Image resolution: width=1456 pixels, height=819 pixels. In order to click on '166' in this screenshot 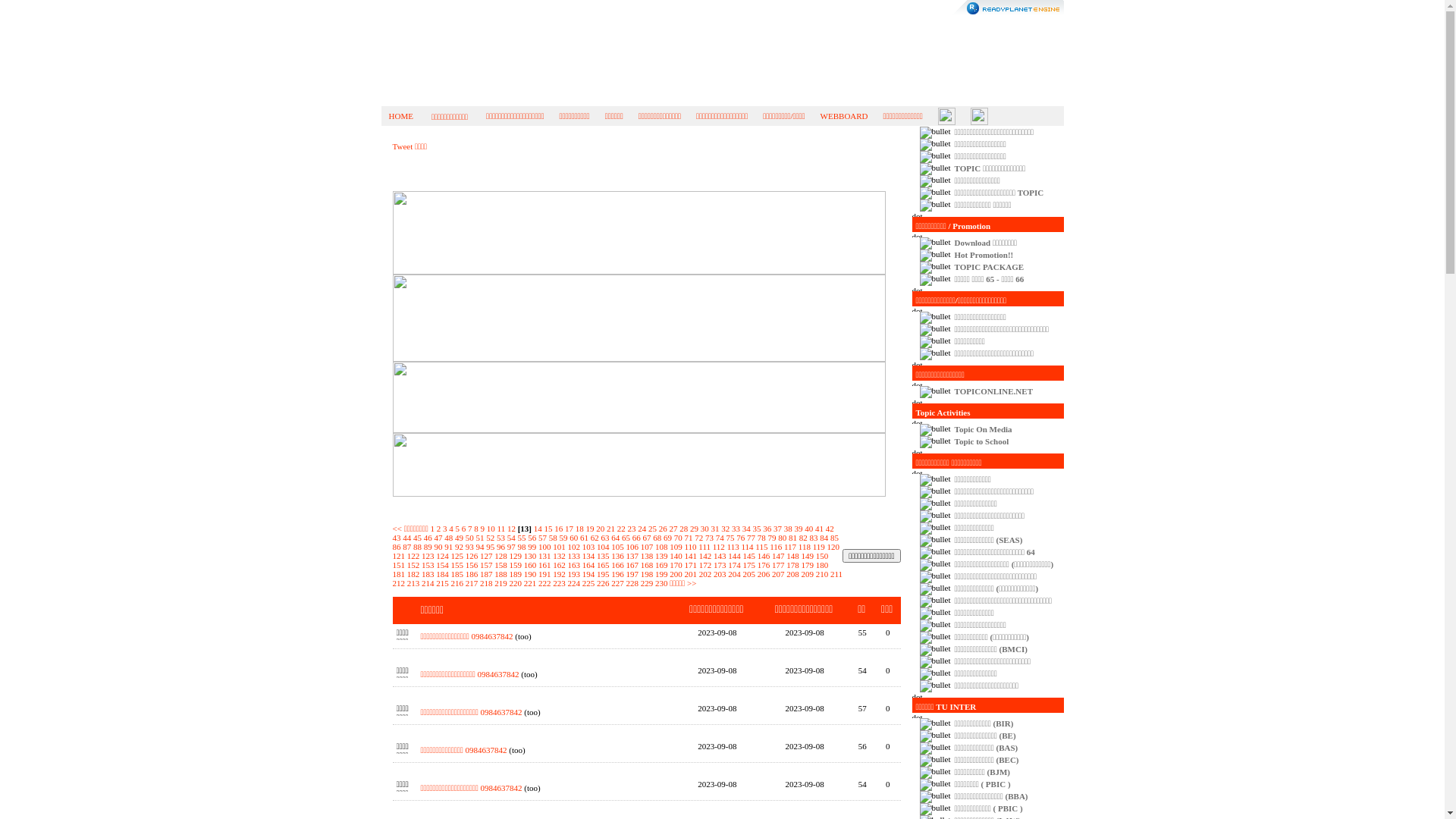, I will do `click(617, 564)`.